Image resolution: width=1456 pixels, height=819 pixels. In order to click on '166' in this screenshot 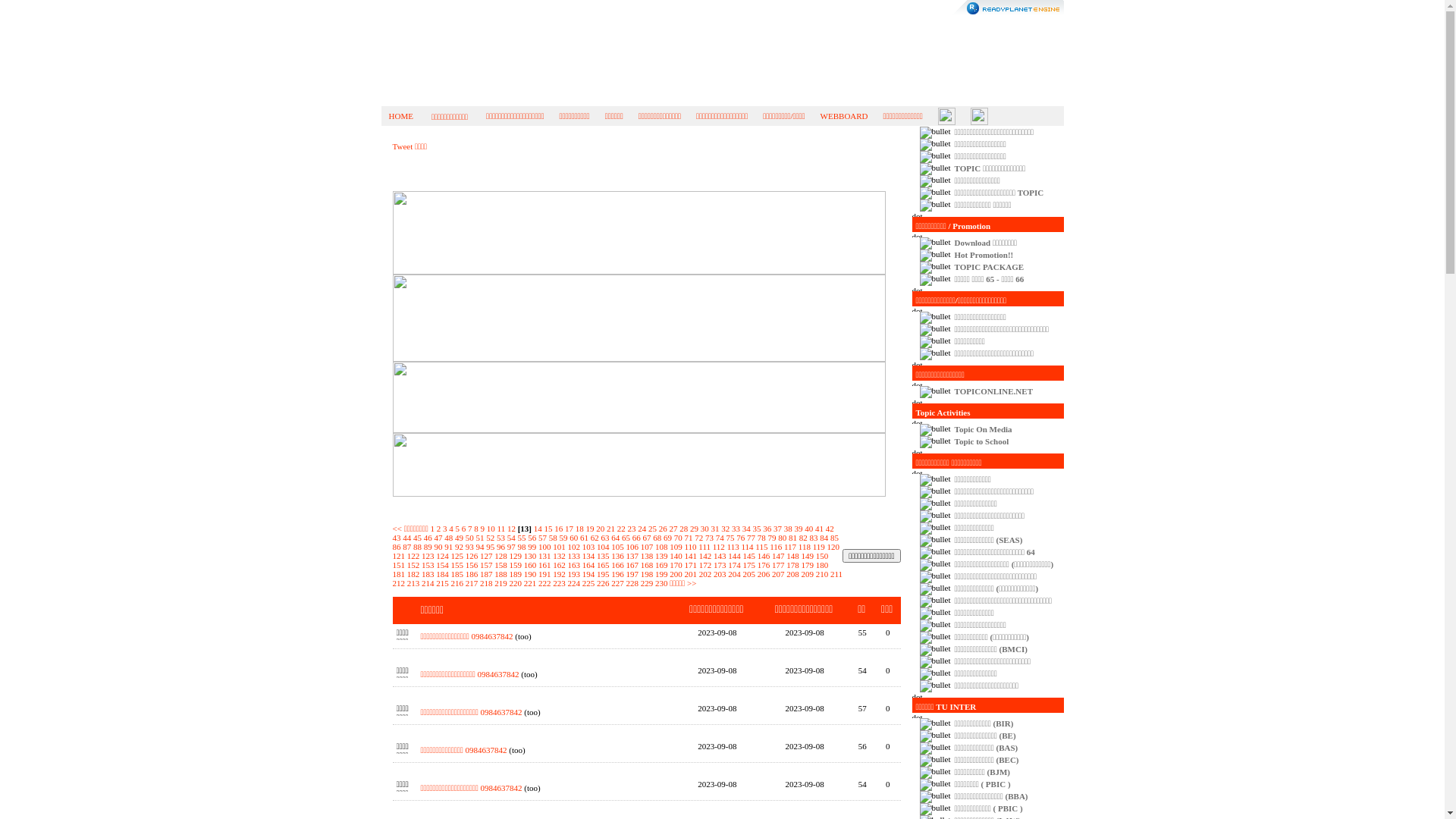, I will do `click(617, 564)`.